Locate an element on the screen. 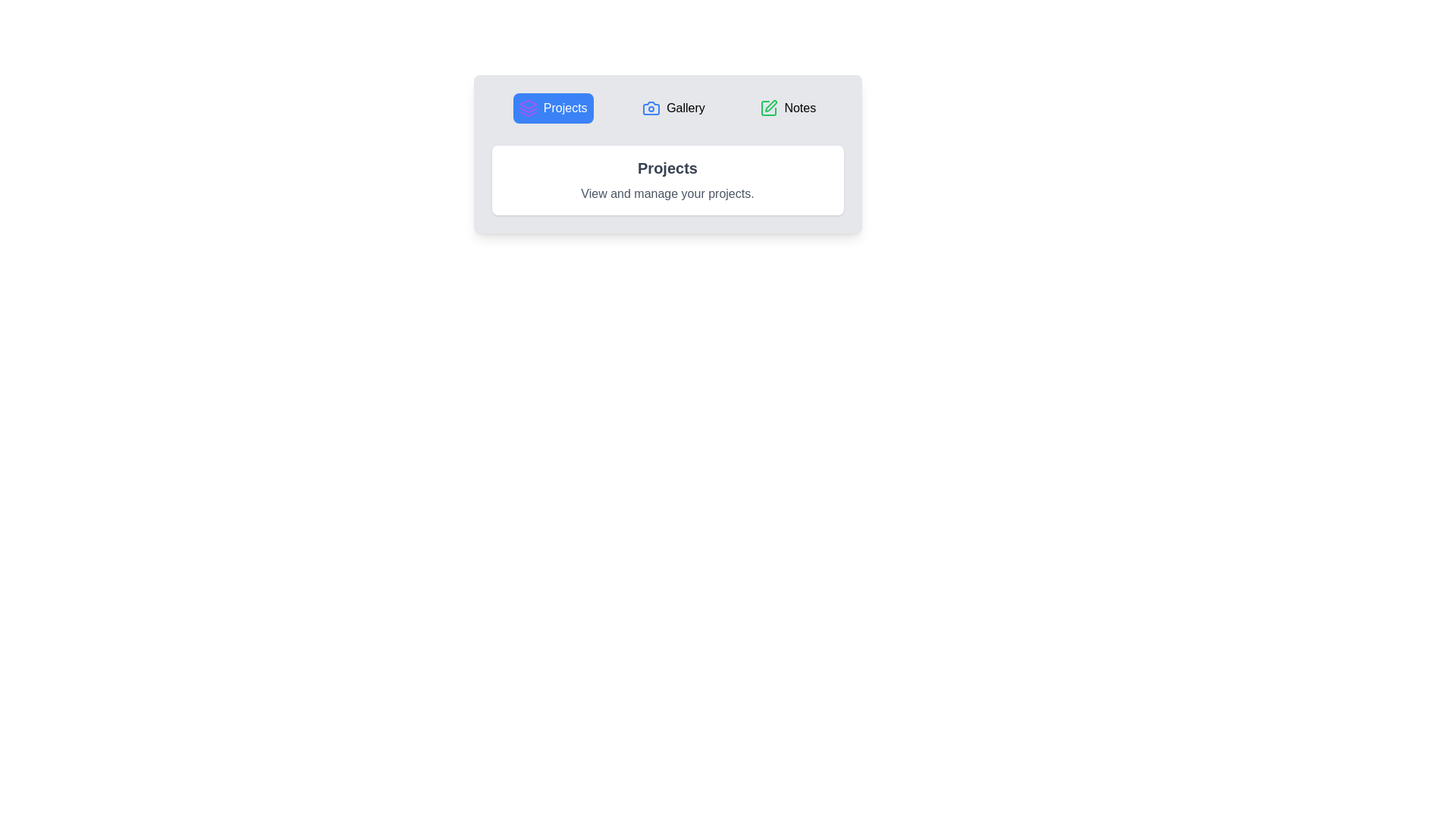  the tab labeled Gallery is located at coordinates (673, 107).